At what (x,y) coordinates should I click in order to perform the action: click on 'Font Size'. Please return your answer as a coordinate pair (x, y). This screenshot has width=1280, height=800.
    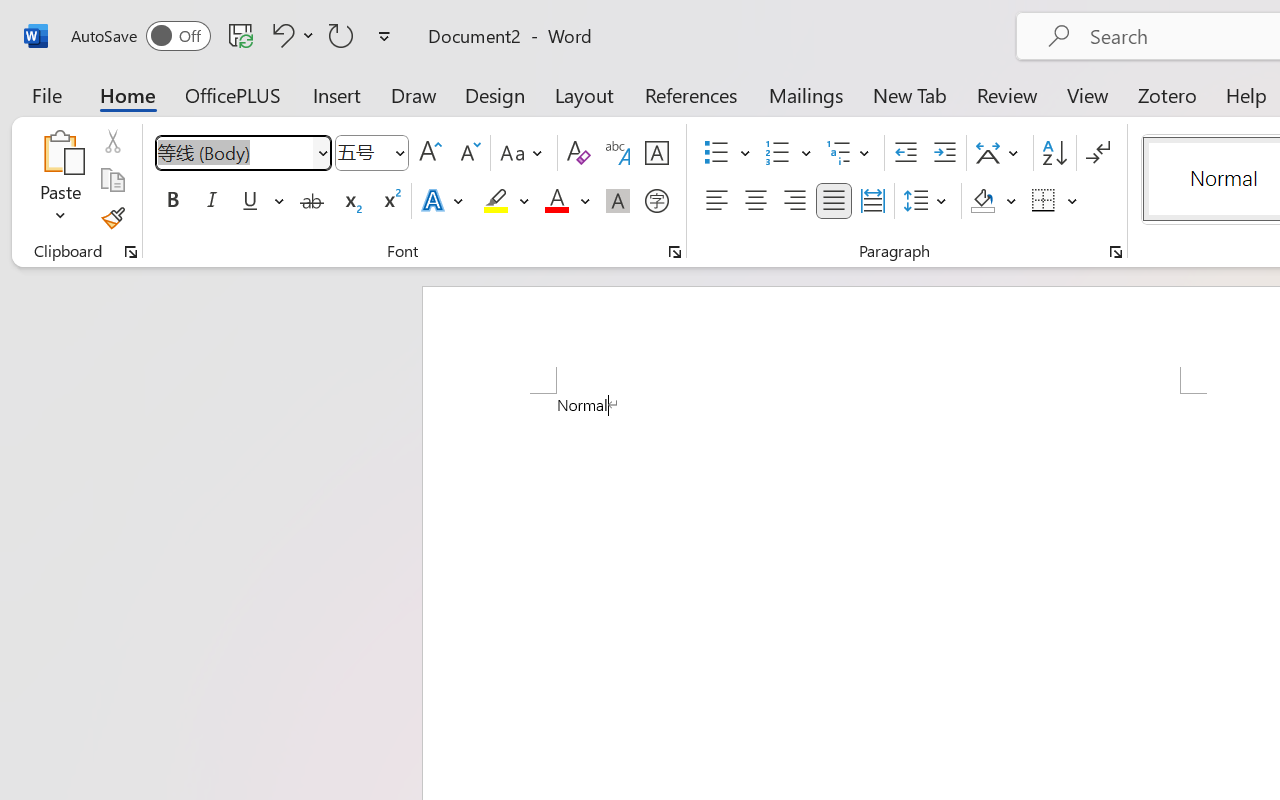
    Looking at the image, I should click on (372, 153).